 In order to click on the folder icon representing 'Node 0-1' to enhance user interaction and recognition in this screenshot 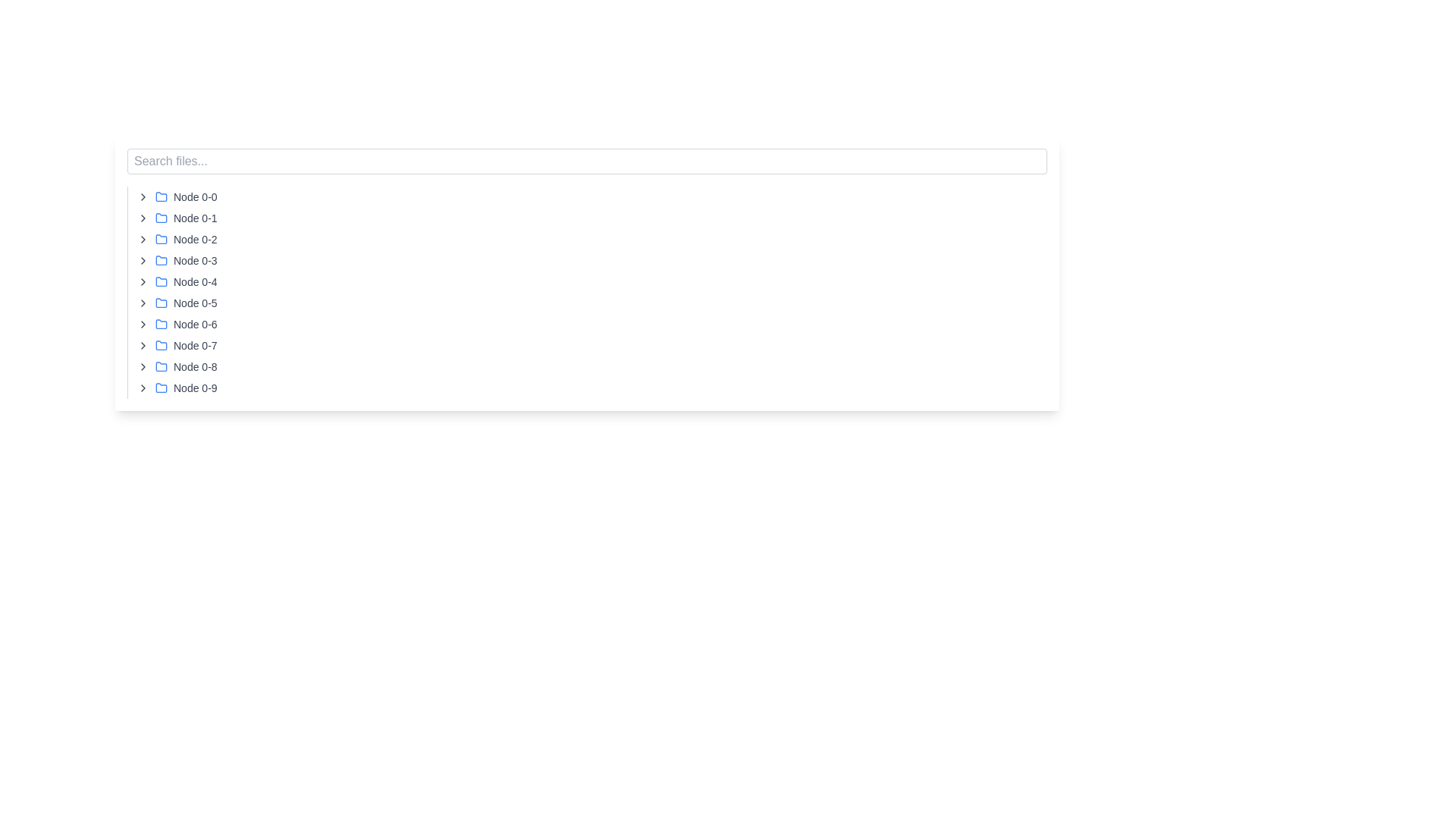, I will do `click(161, 218)`.